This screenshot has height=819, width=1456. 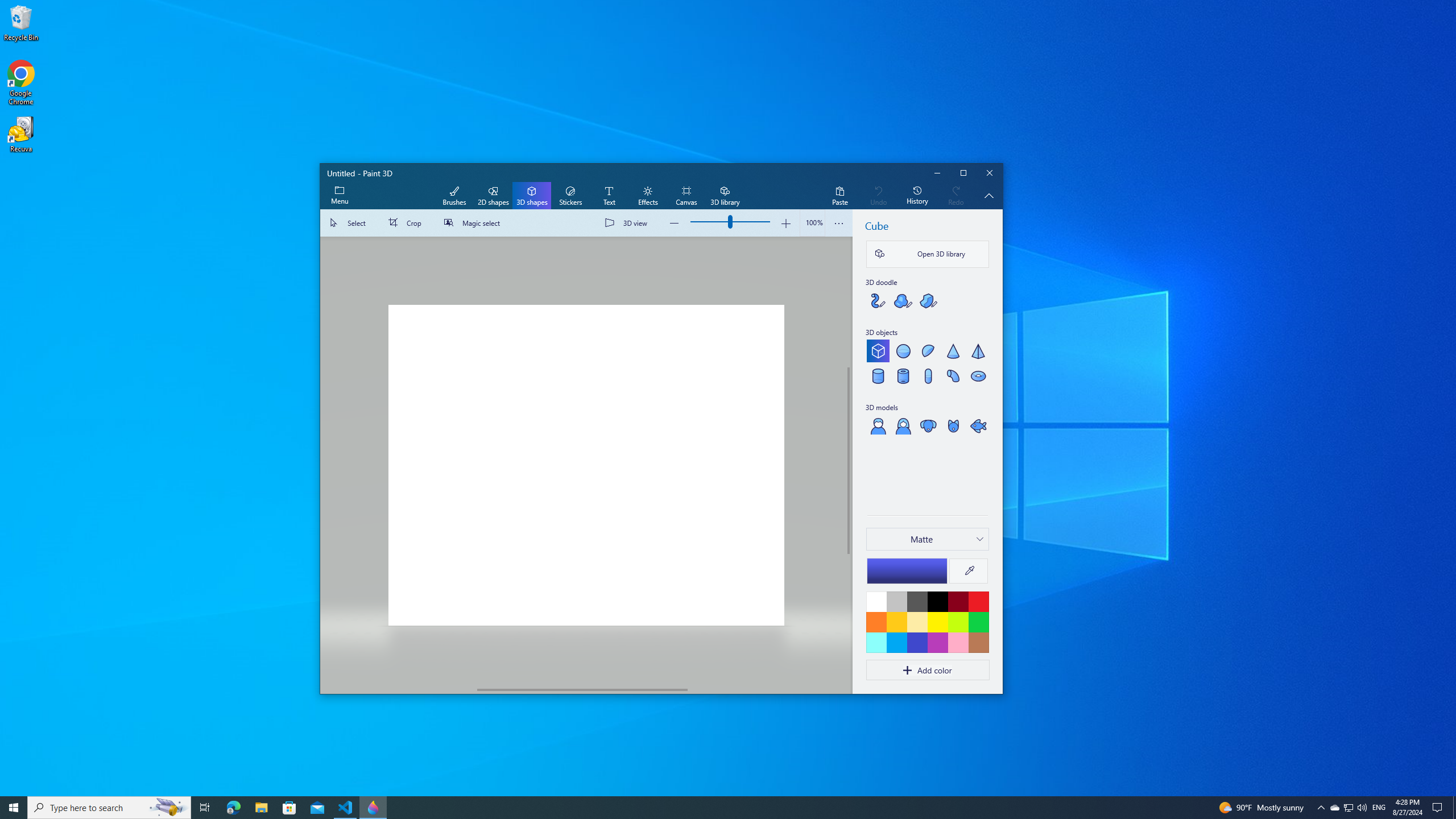 What do you see at coordinates (916, 196) in the screenshot?
I see `'History'` at bounding box center [916, 196].